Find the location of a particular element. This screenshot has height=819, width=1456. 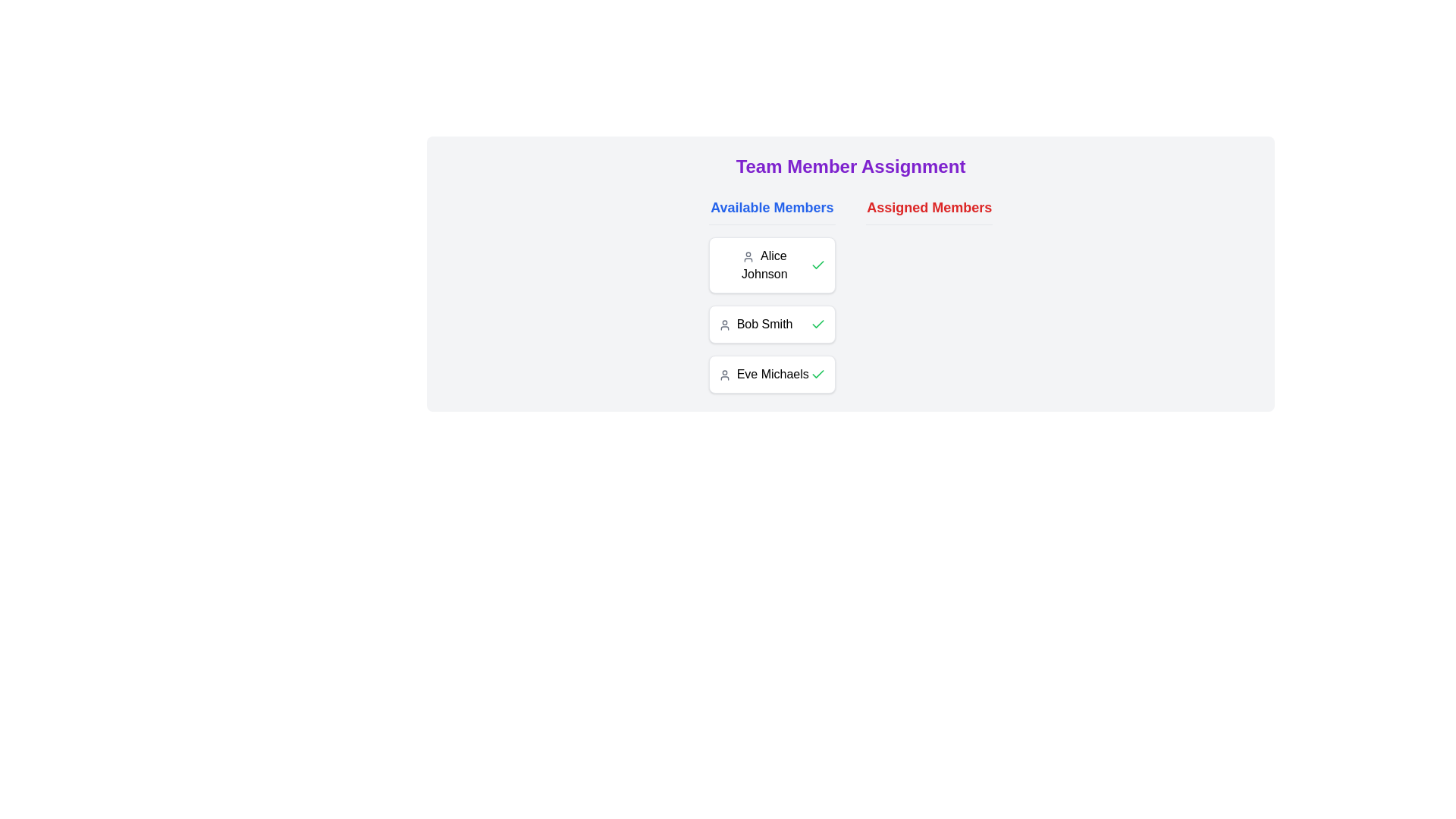

the gray user profile icon located to the left of the name 'Alice Johnson' is located at coordinates (748, 256).